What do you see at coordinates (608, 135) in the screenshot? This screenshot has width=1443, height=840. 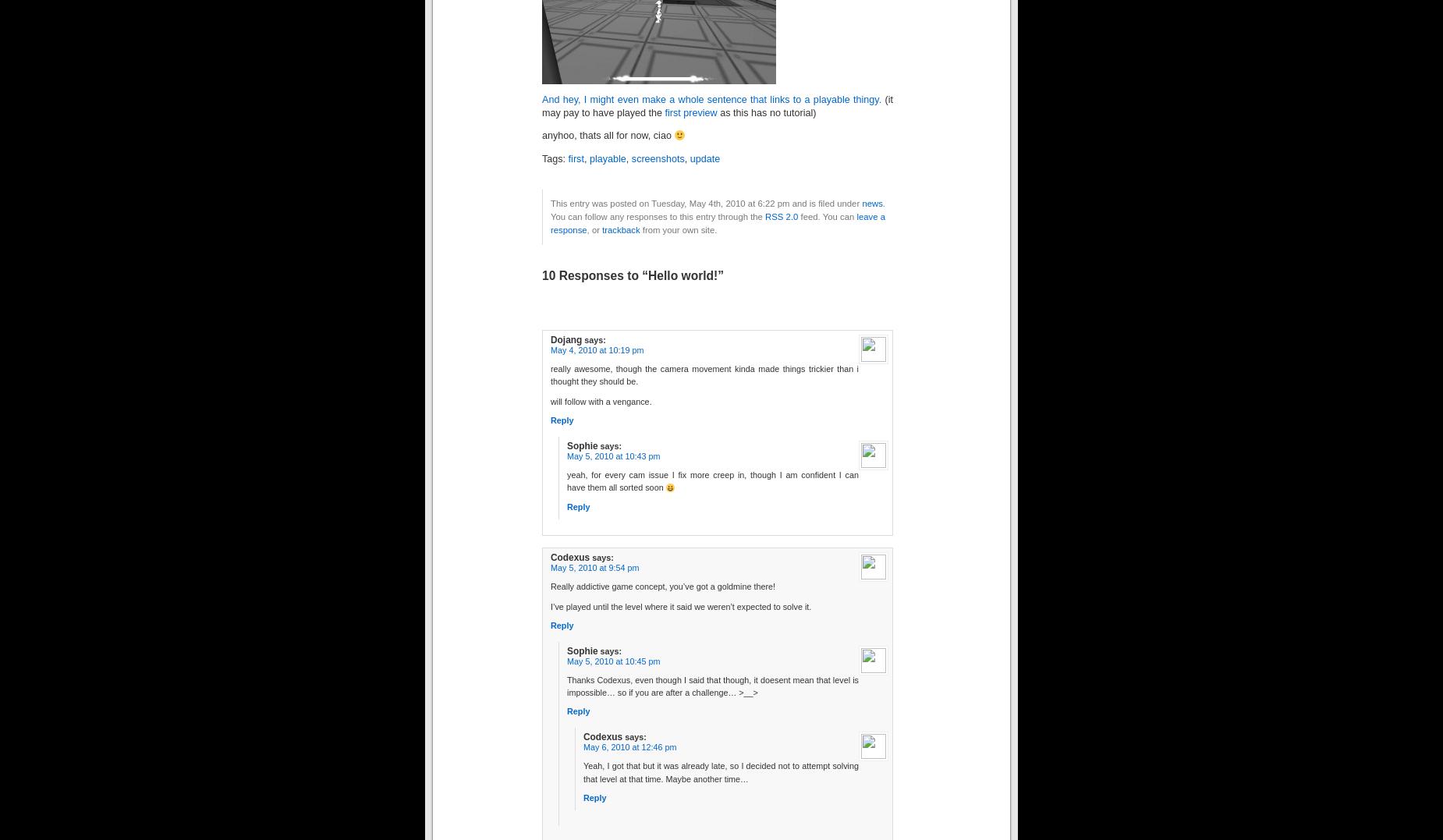 I see `'anyhoo, thats all for now, ciao'` at bounding box center [608, 135].